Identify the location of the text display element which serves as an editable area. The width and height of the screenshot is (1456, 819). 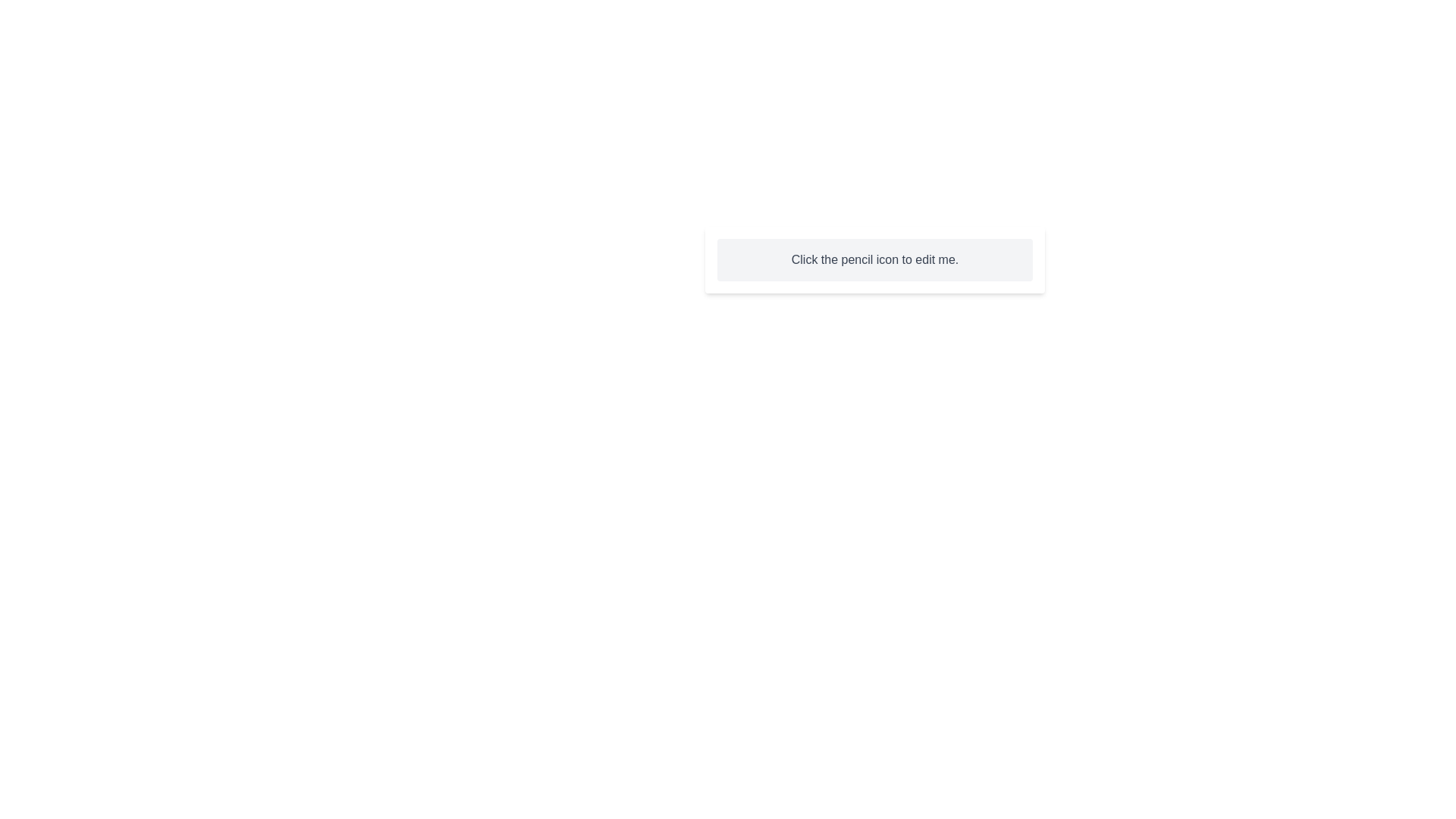
(874, 259).